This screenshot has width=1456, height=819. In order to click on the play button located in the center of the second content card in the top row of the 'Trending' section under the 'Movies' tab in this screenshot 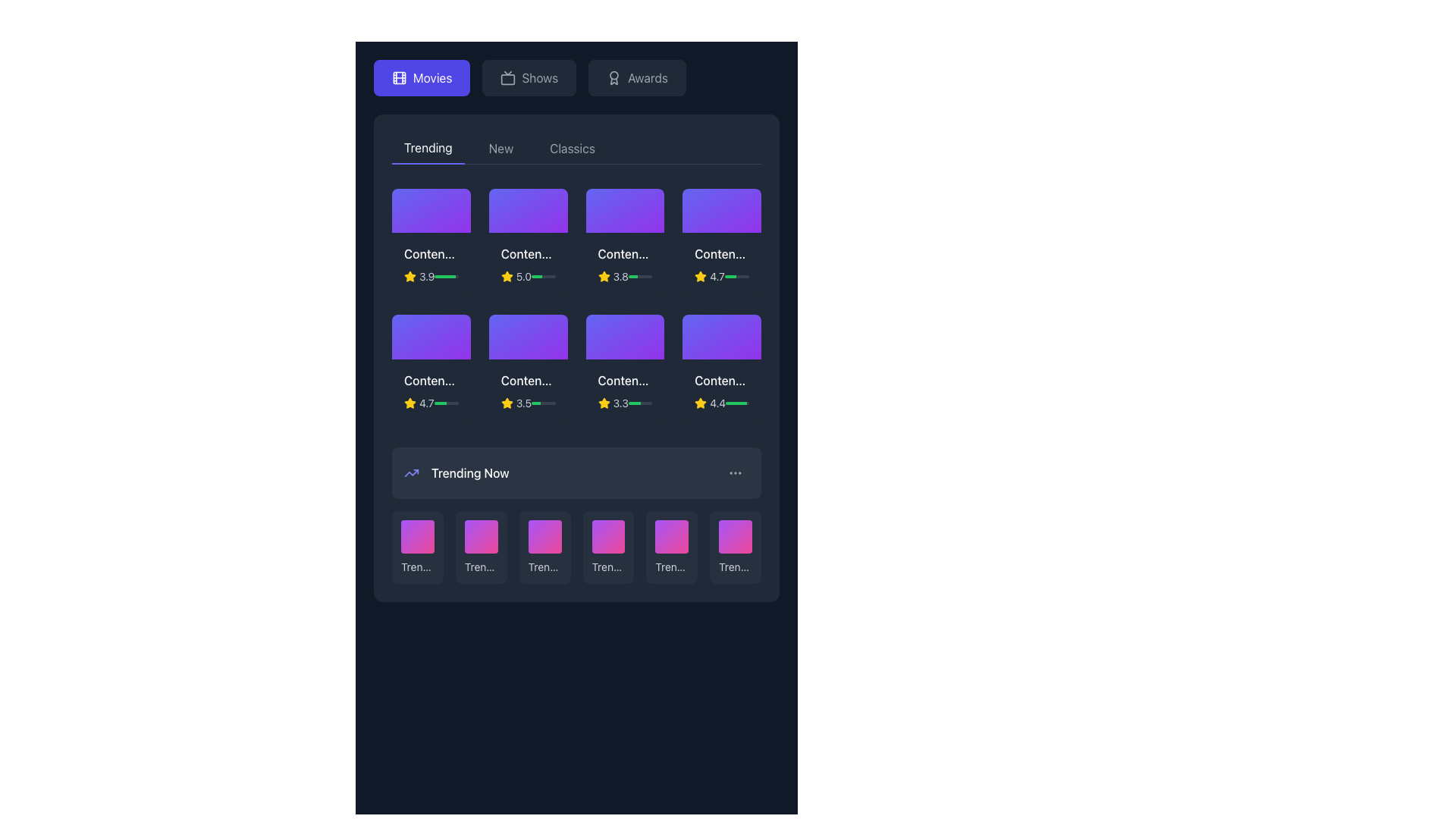, I will do `click(528, 211)`.